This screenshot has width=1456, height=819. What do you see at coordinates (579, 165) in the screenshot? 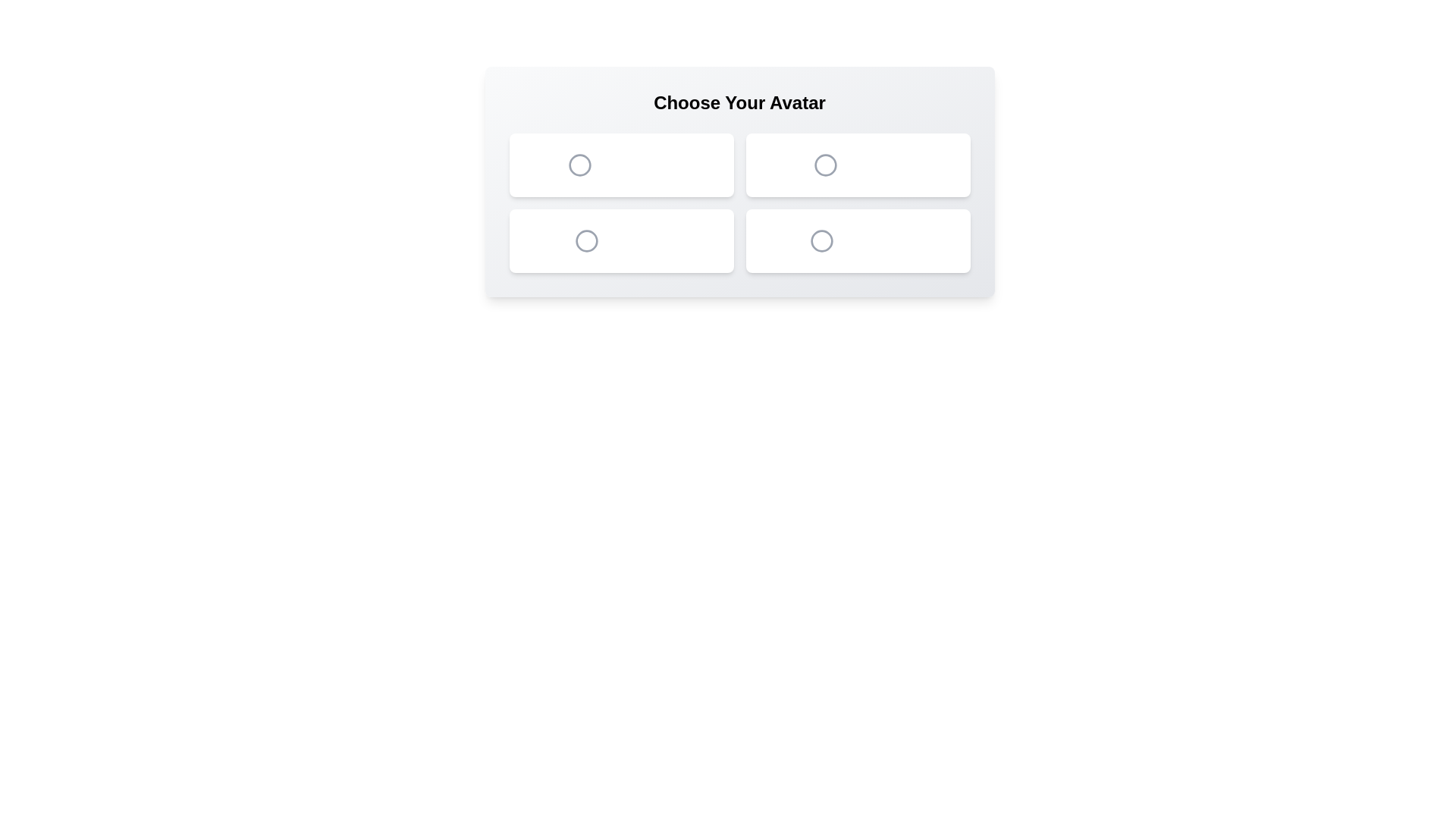
I see `the small circular element with a gray border located within the top-left avatar selection box in a 2x2 grid layout for choosing avatars` at bounding box center [579, 165].